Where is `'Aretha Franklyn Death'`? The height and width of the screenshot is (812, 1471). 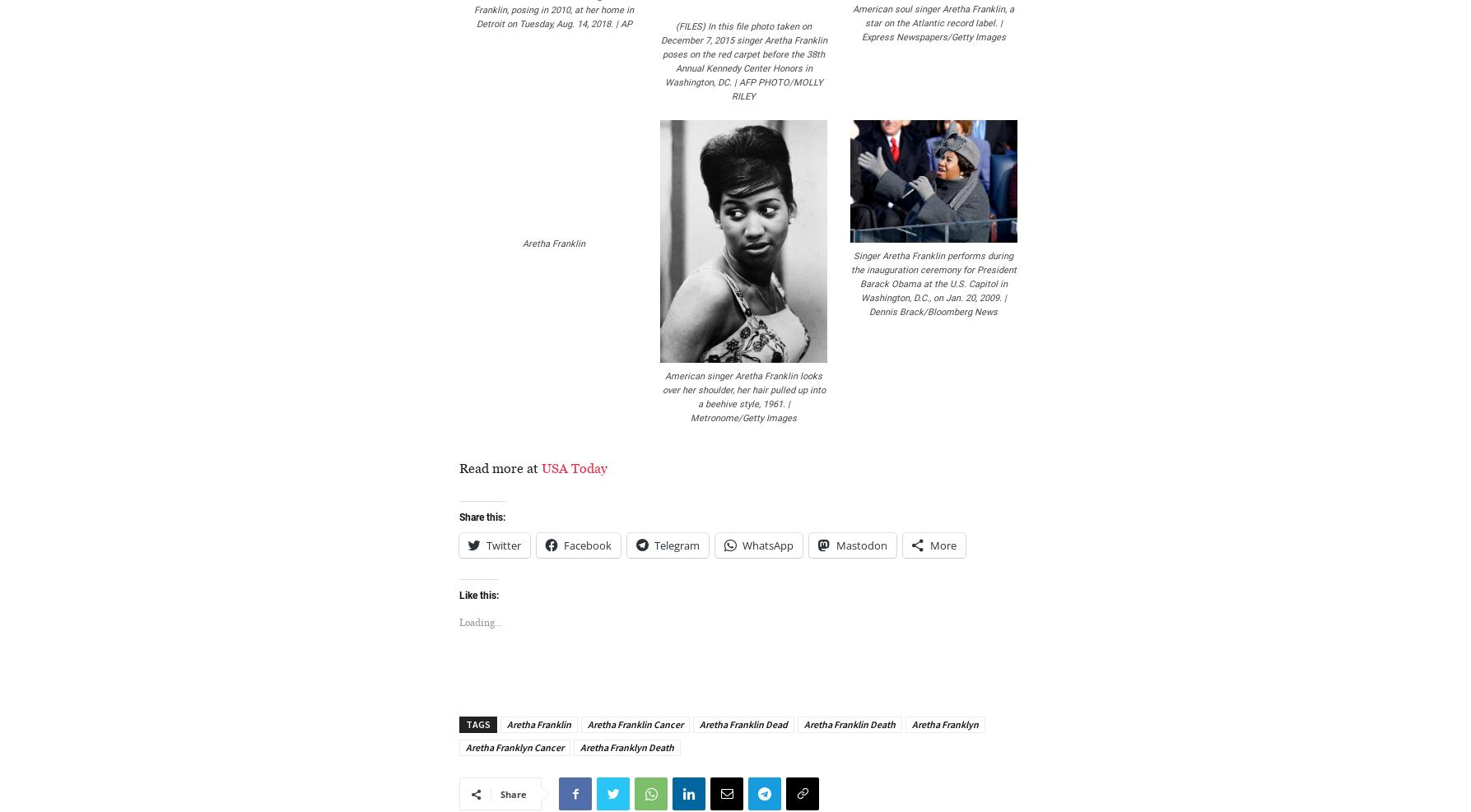 'Aretha Franklyn Death' is located at coordinates (579, 746).